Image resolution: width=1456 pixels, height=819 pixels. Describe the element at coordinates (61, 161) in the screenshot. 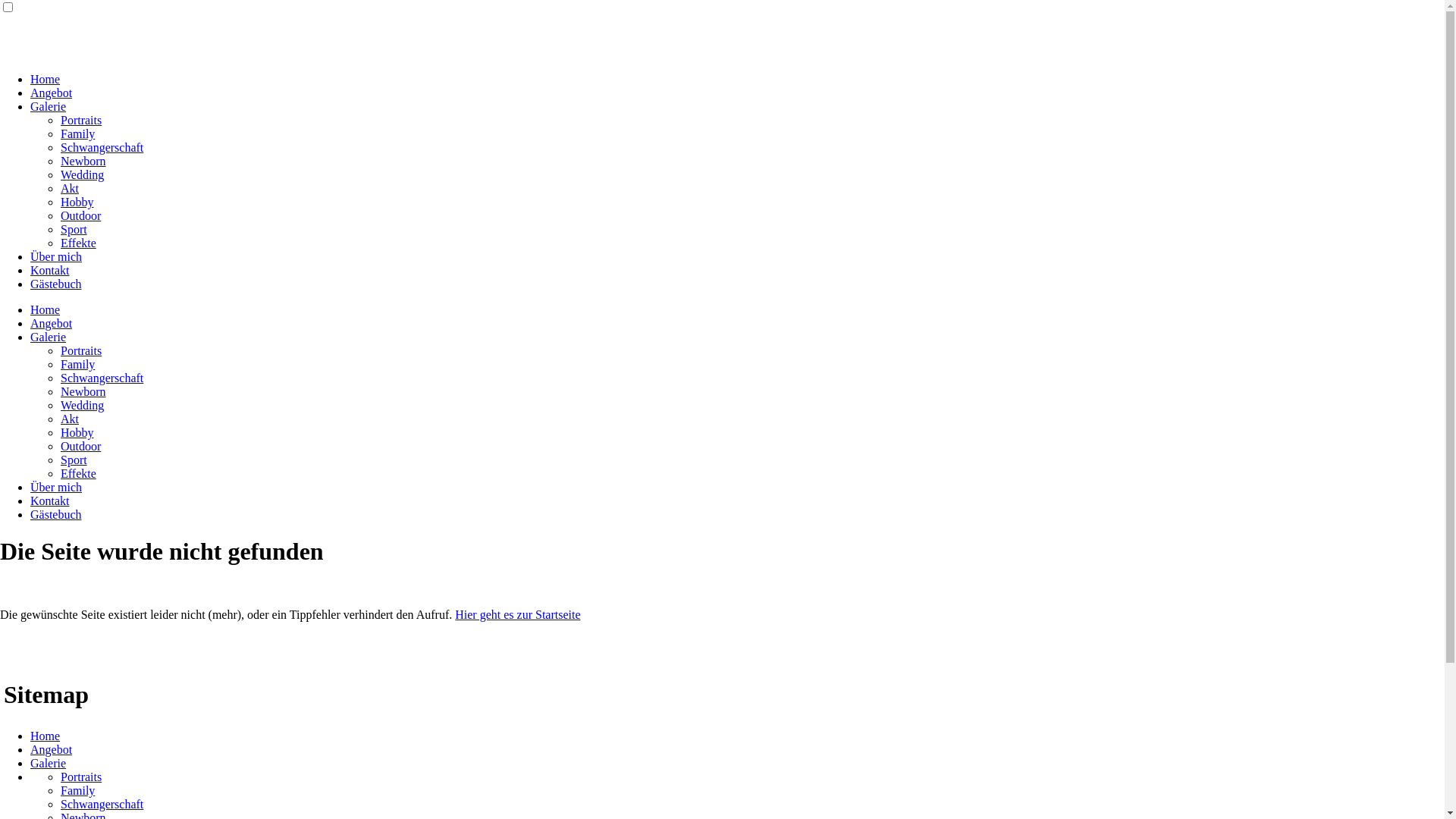

I see `'Newborn'` at that location.